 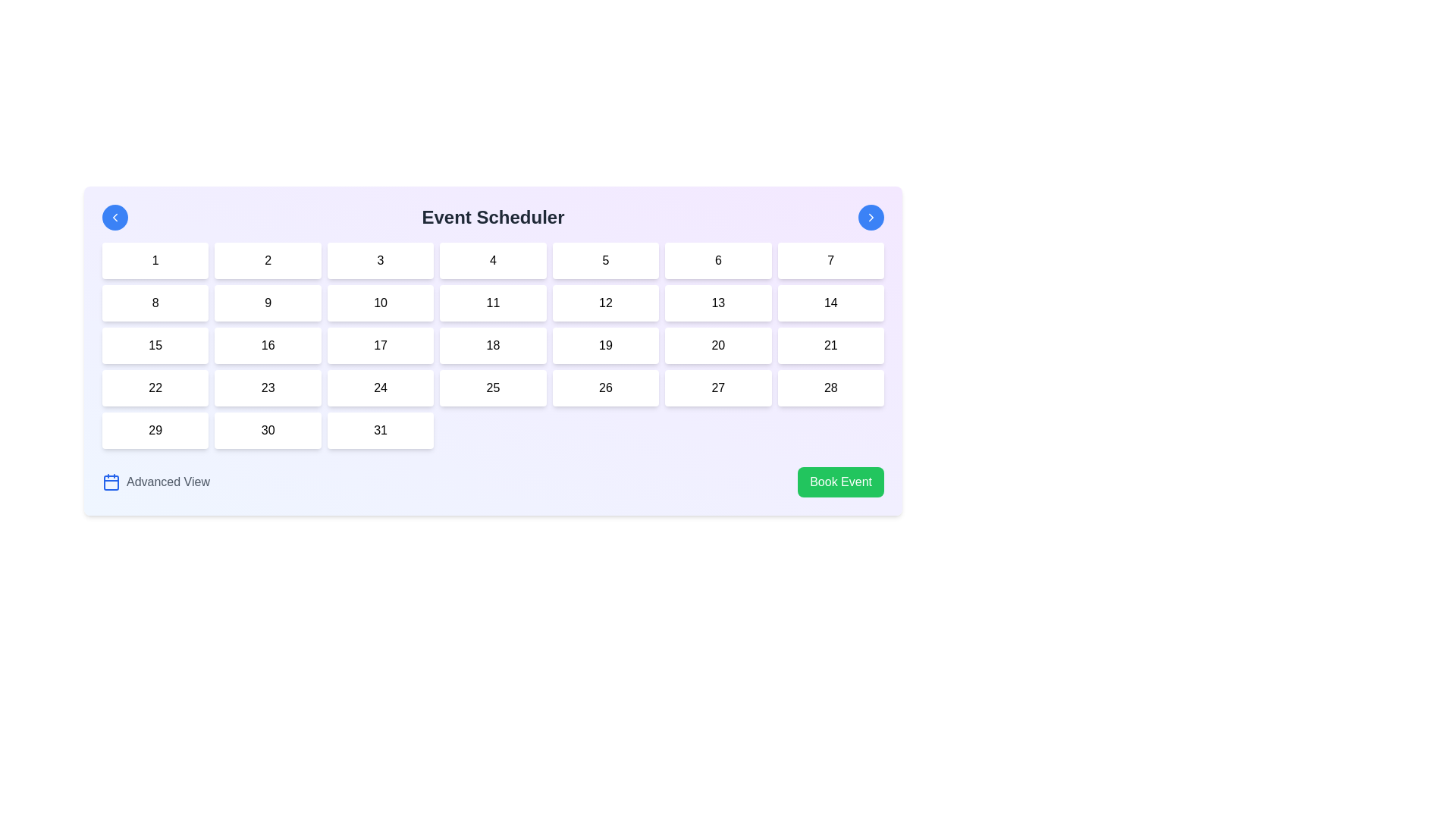 I want to click on the square button labeled '22' in the calendar grid, so click(x=155, y=388).